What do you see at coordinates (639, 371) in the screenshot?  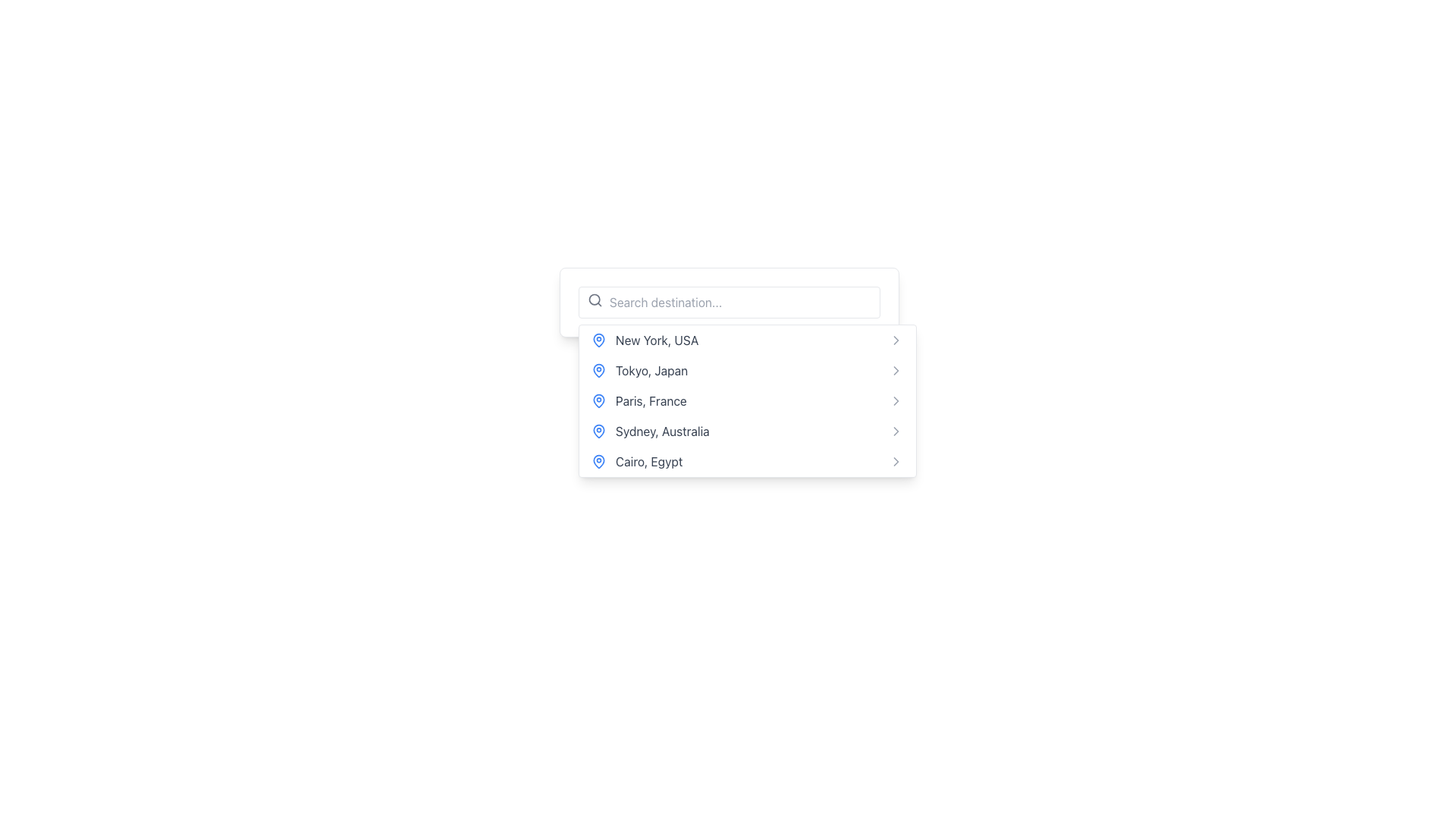 I see `the 'Tokyo, Japan' dropdown list item` at bounding box center [639, 371].